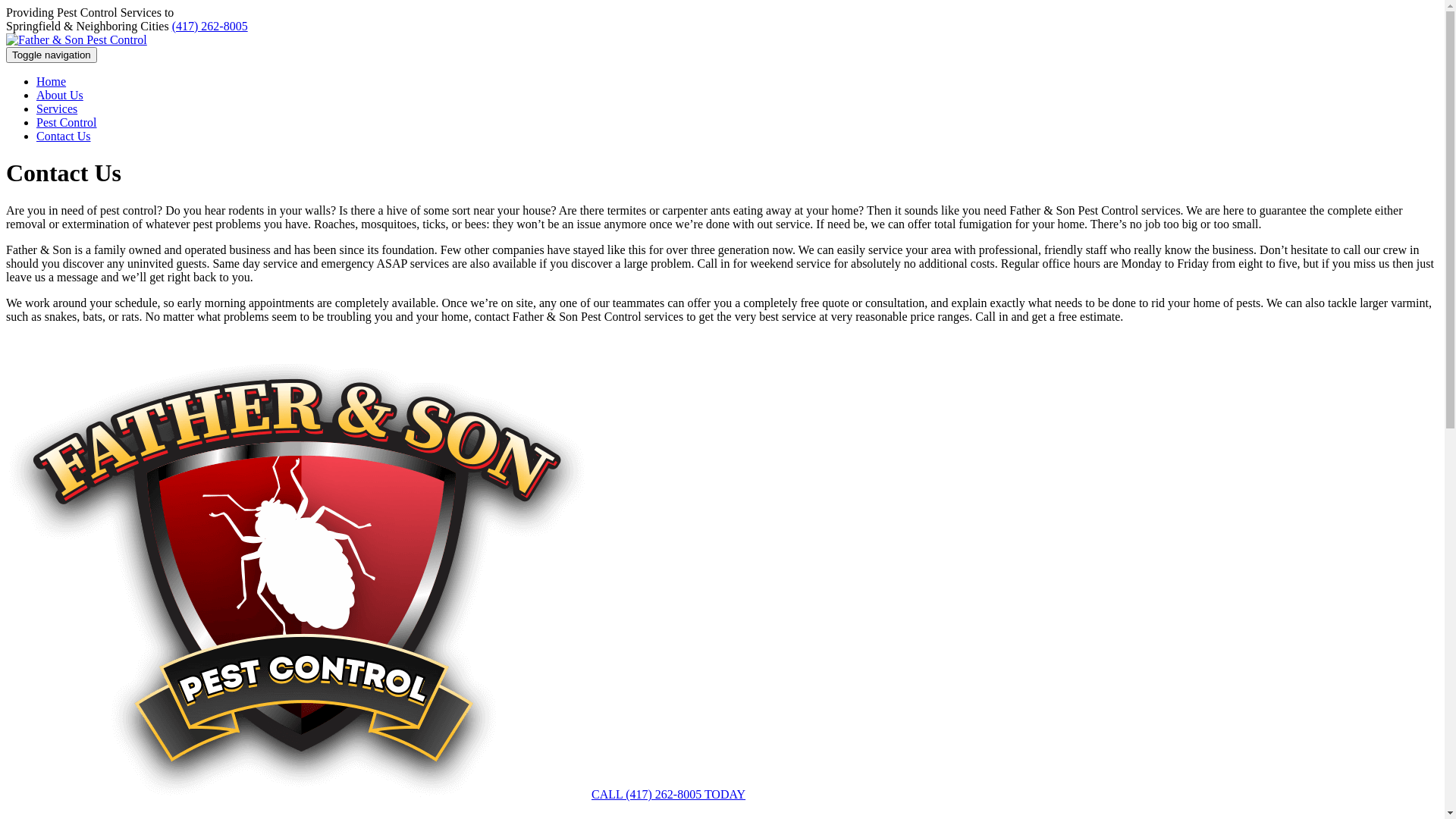  I want to click on 'Toggle navigation', so click(51, 54).